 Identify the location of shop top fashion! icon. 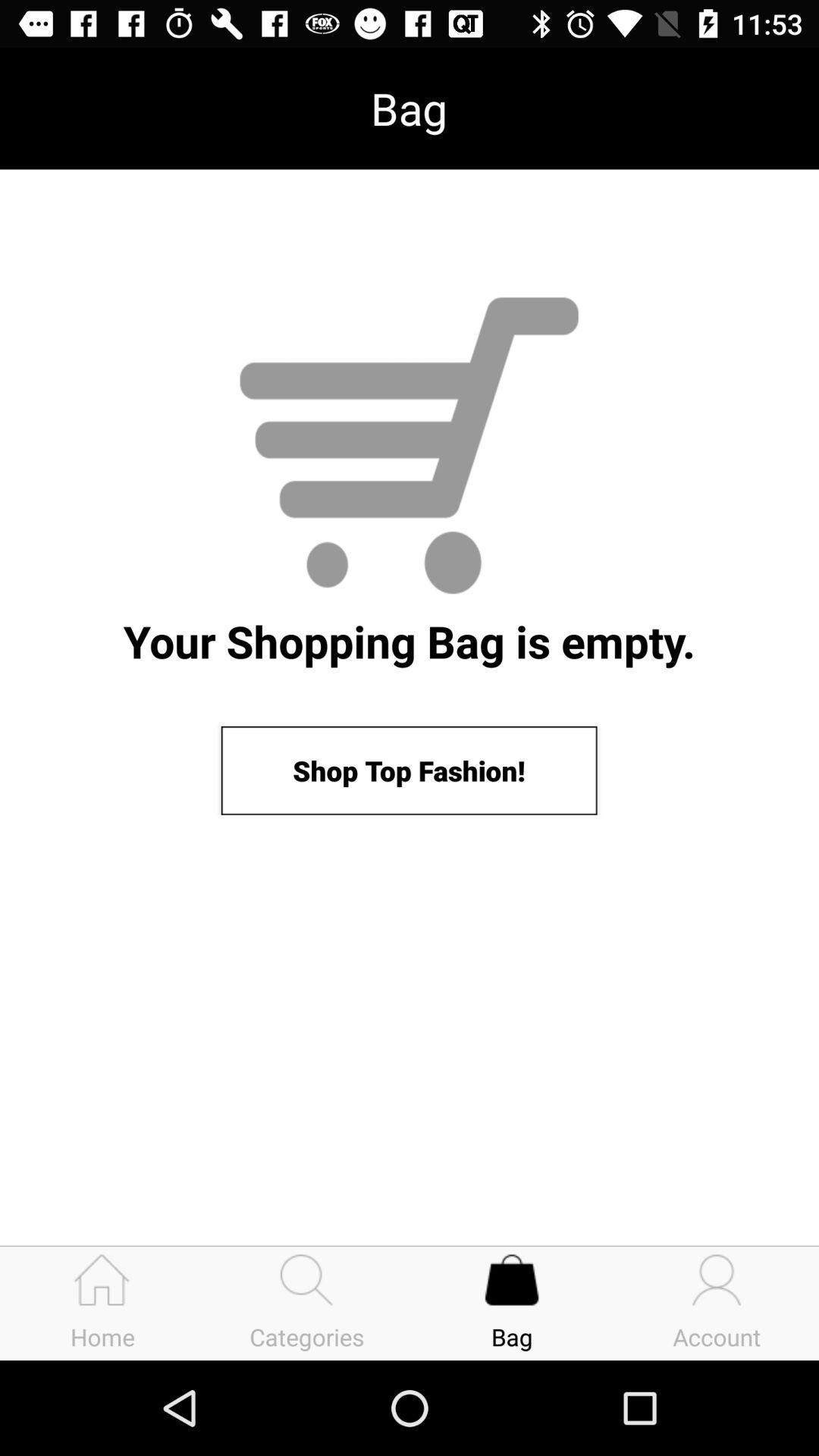
(408, 770).